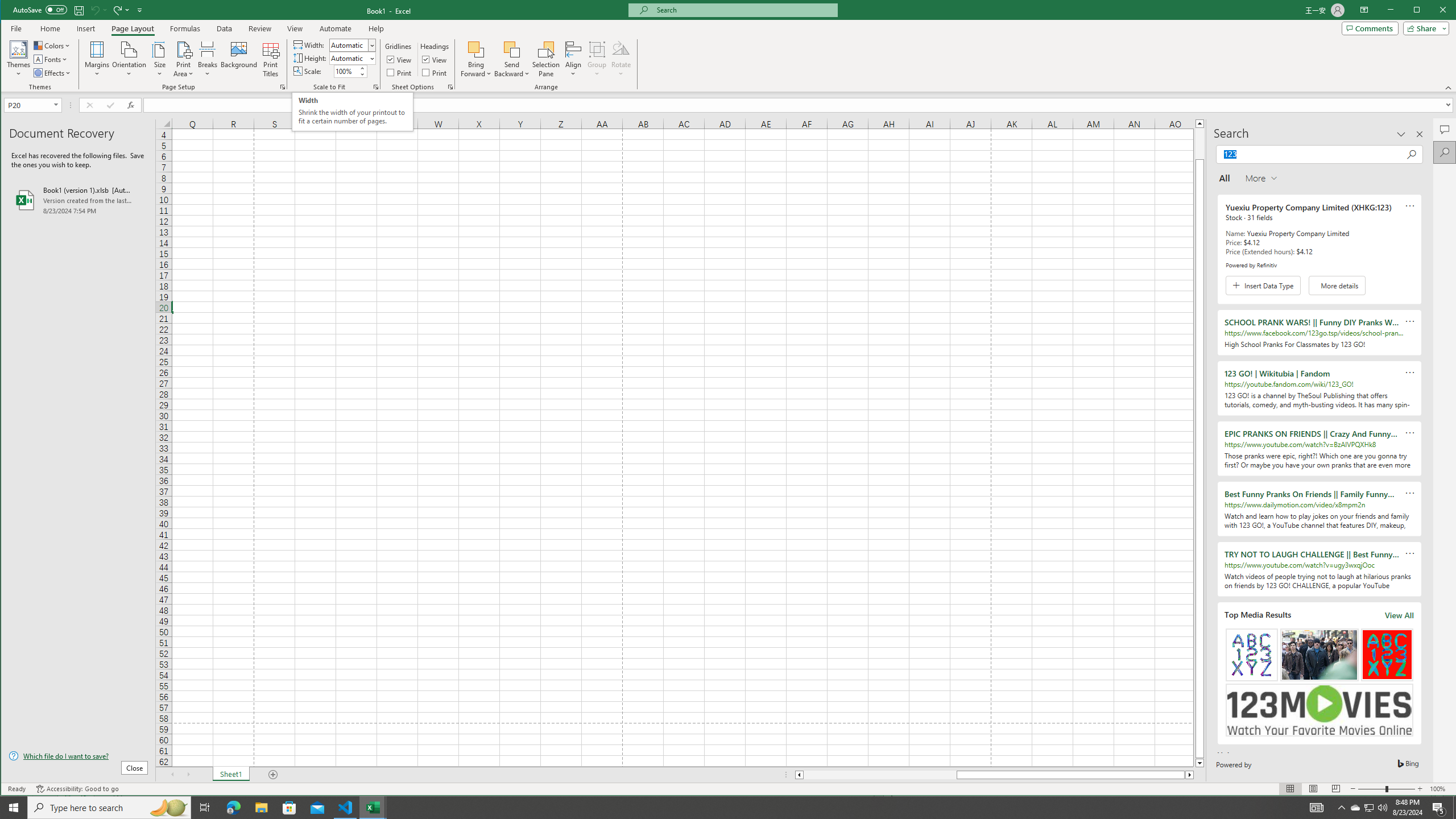 This screenshot has height=819, width=1456. What do you see at coordinates (167, 806) in the screenshot?
I see `'Search highlights icon opens search home window'` at bounding box center [167, 806].